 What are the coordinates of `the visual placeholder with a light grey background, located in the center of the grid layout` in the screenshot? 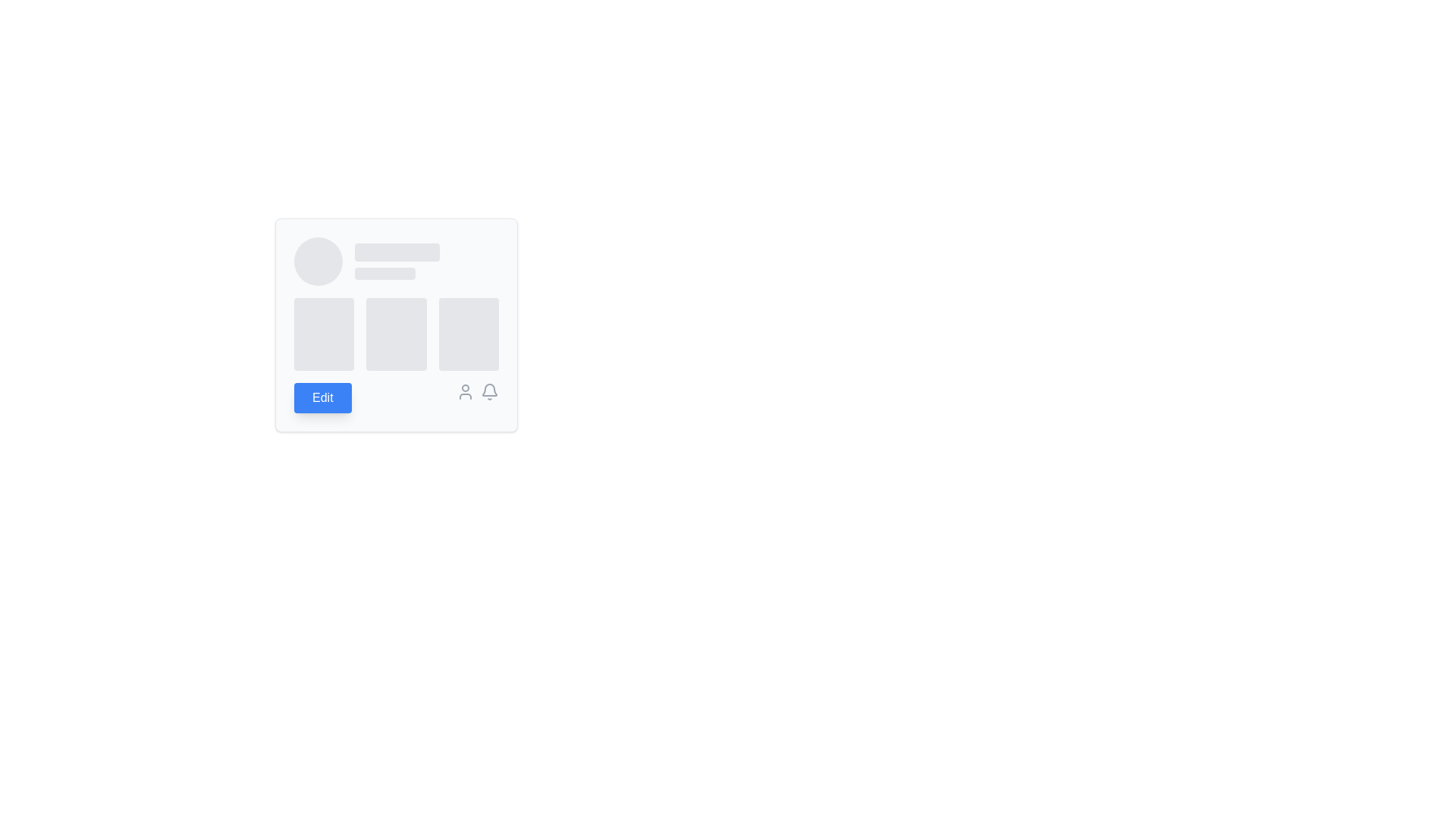 It's located at (397, 324).